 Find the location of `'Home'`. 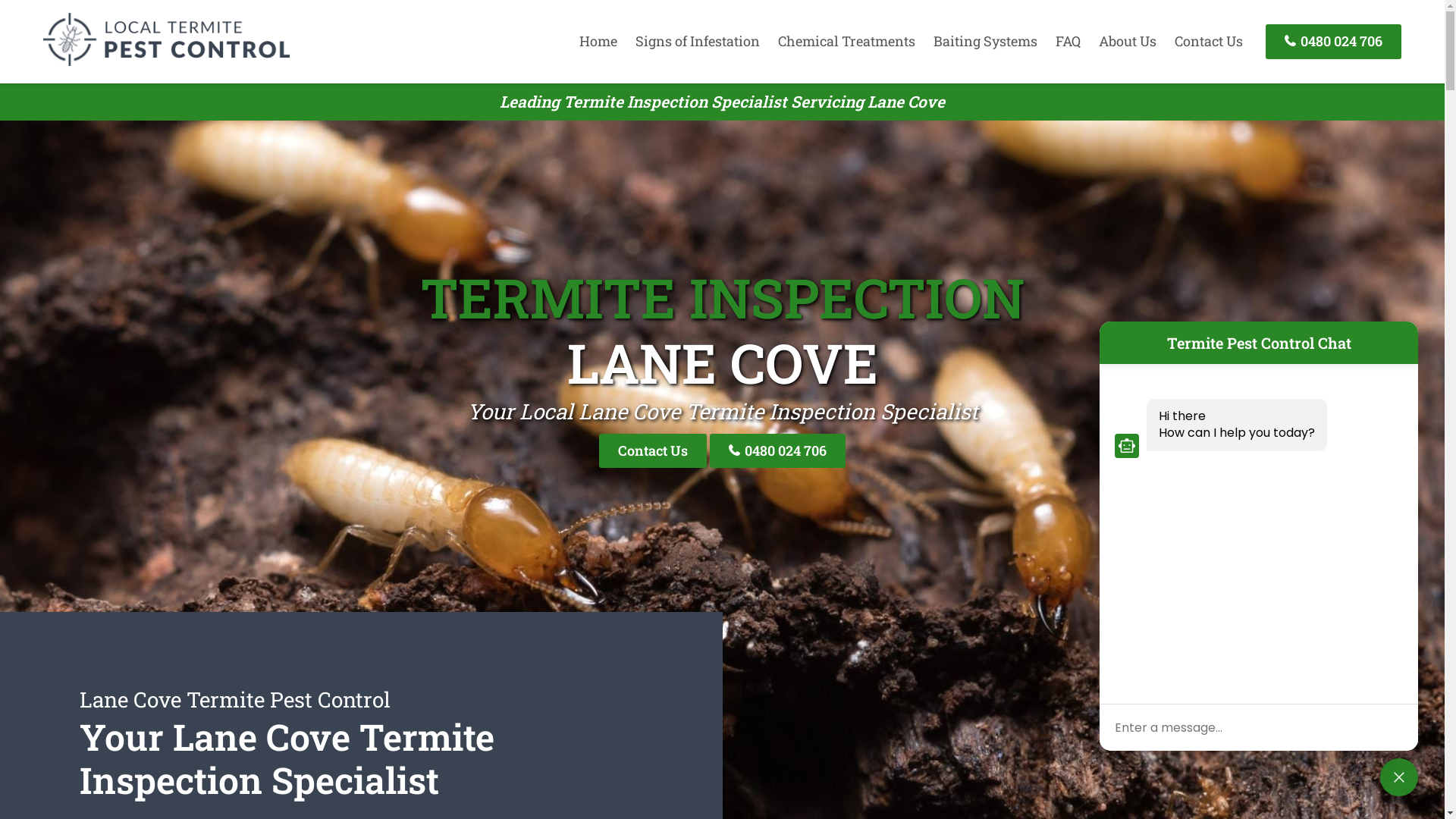

'Home' is located at coordinates (597, 40).